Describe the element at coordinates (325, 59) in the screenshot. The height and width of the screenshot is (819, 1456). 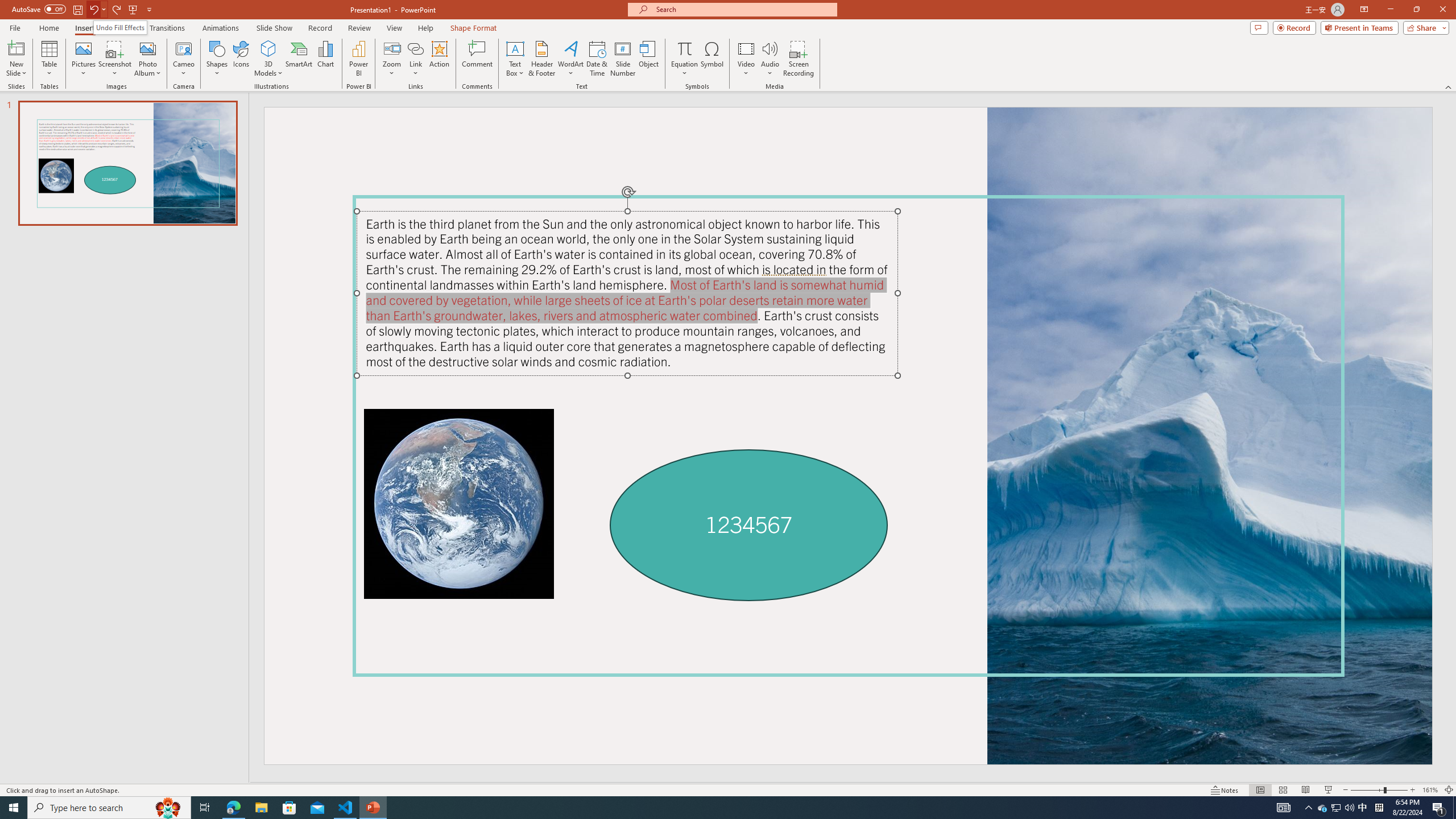
I see `'Chart...'` at that location.